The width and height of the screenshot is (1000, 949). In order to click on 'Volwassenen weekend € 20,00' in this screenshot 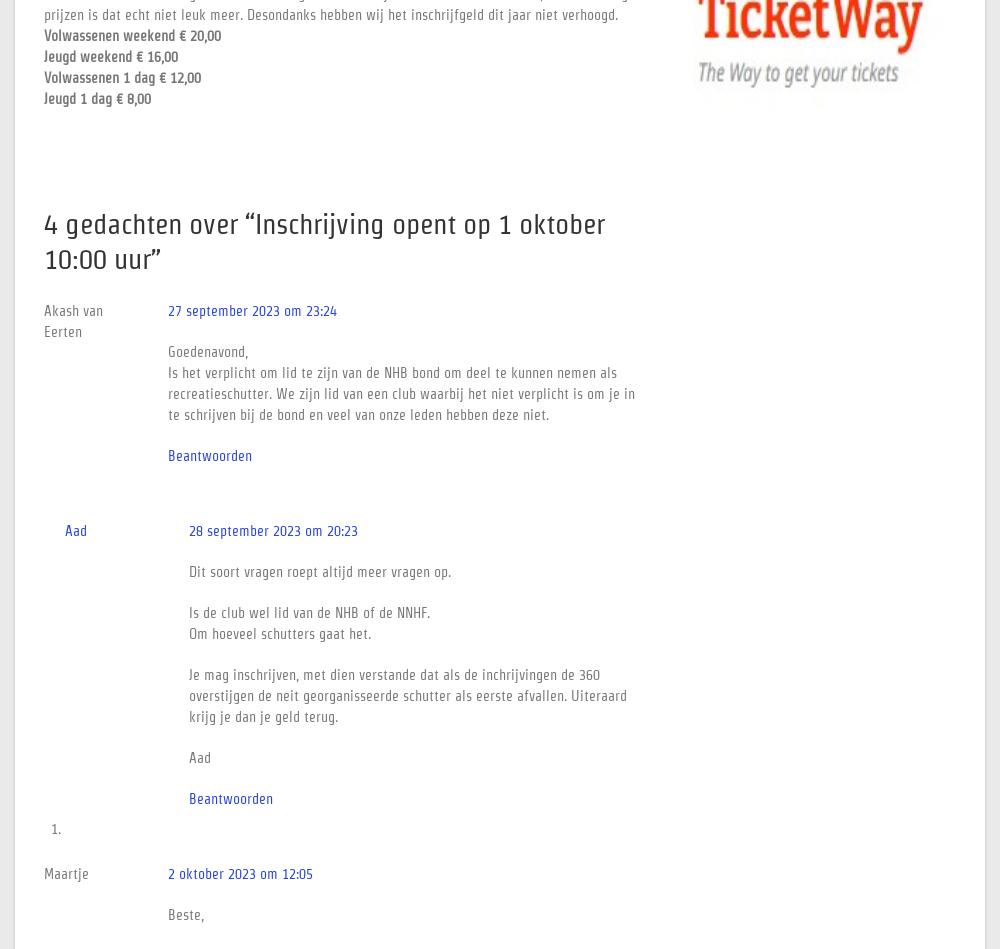, I will do `click(132, 35)`.